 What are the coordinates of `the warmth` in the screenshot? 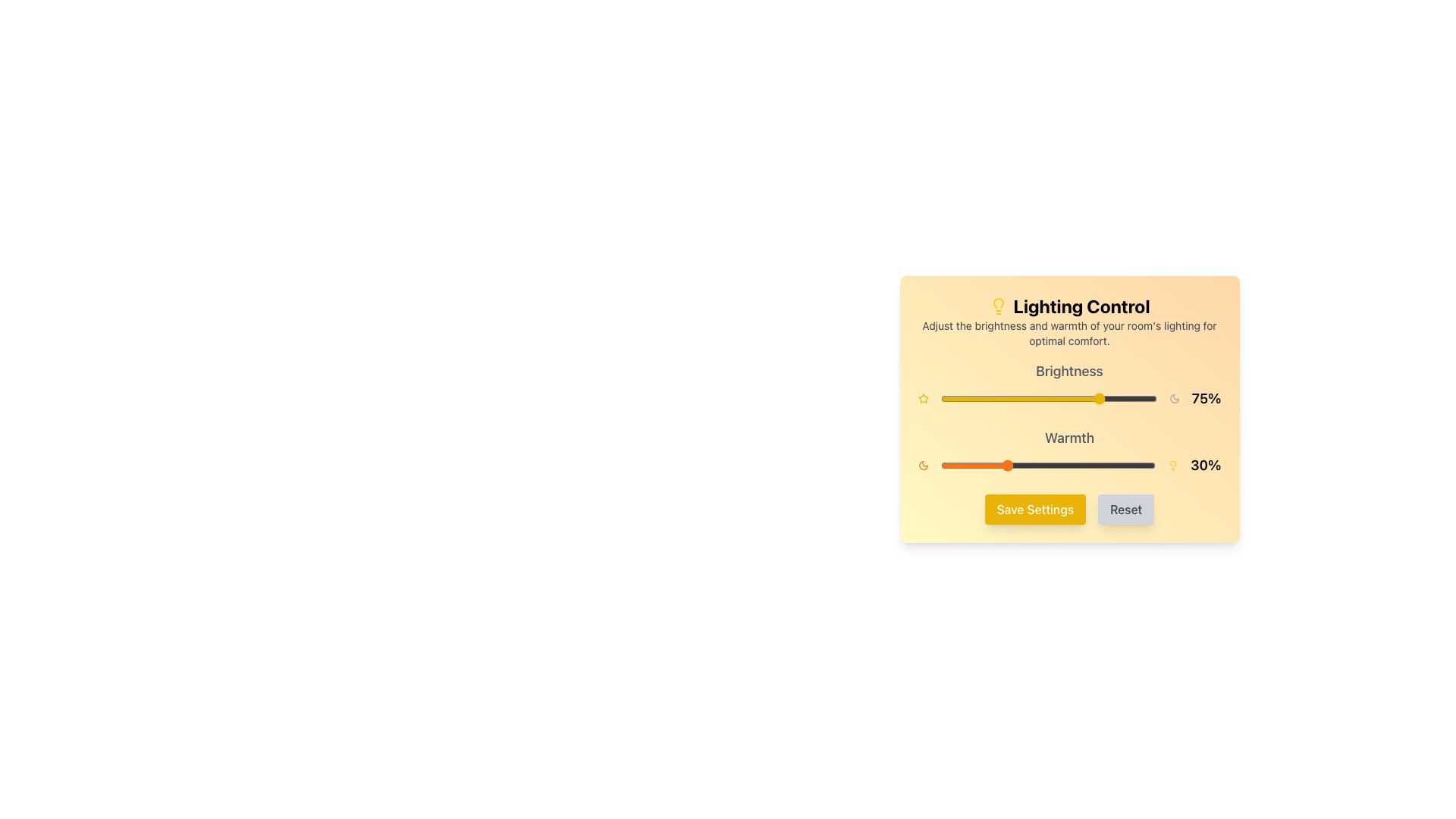 It's located at (984, 464).